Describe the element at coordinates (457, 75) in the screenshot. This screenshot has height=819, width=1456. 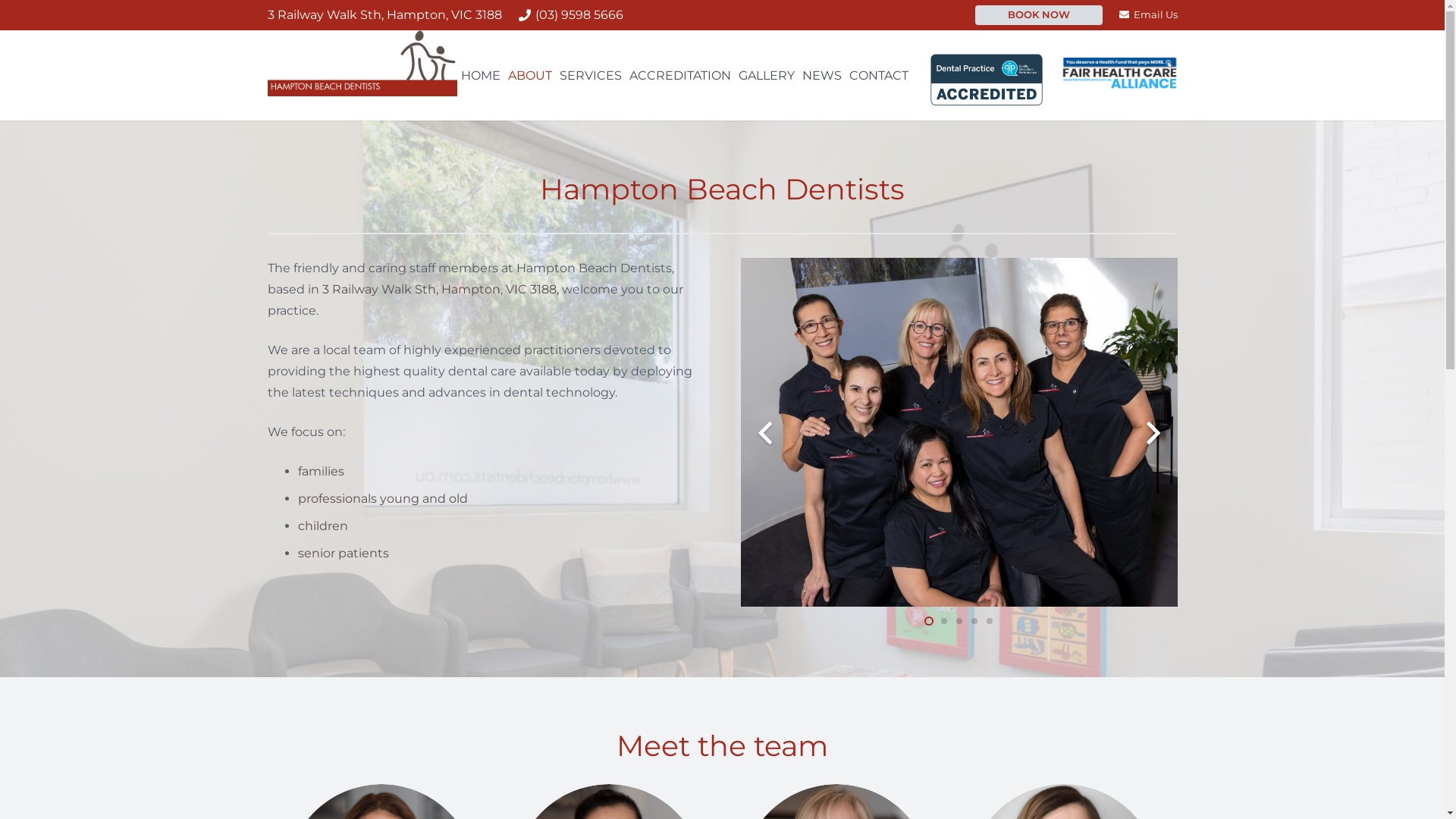
I see `'HOME'` at that location.